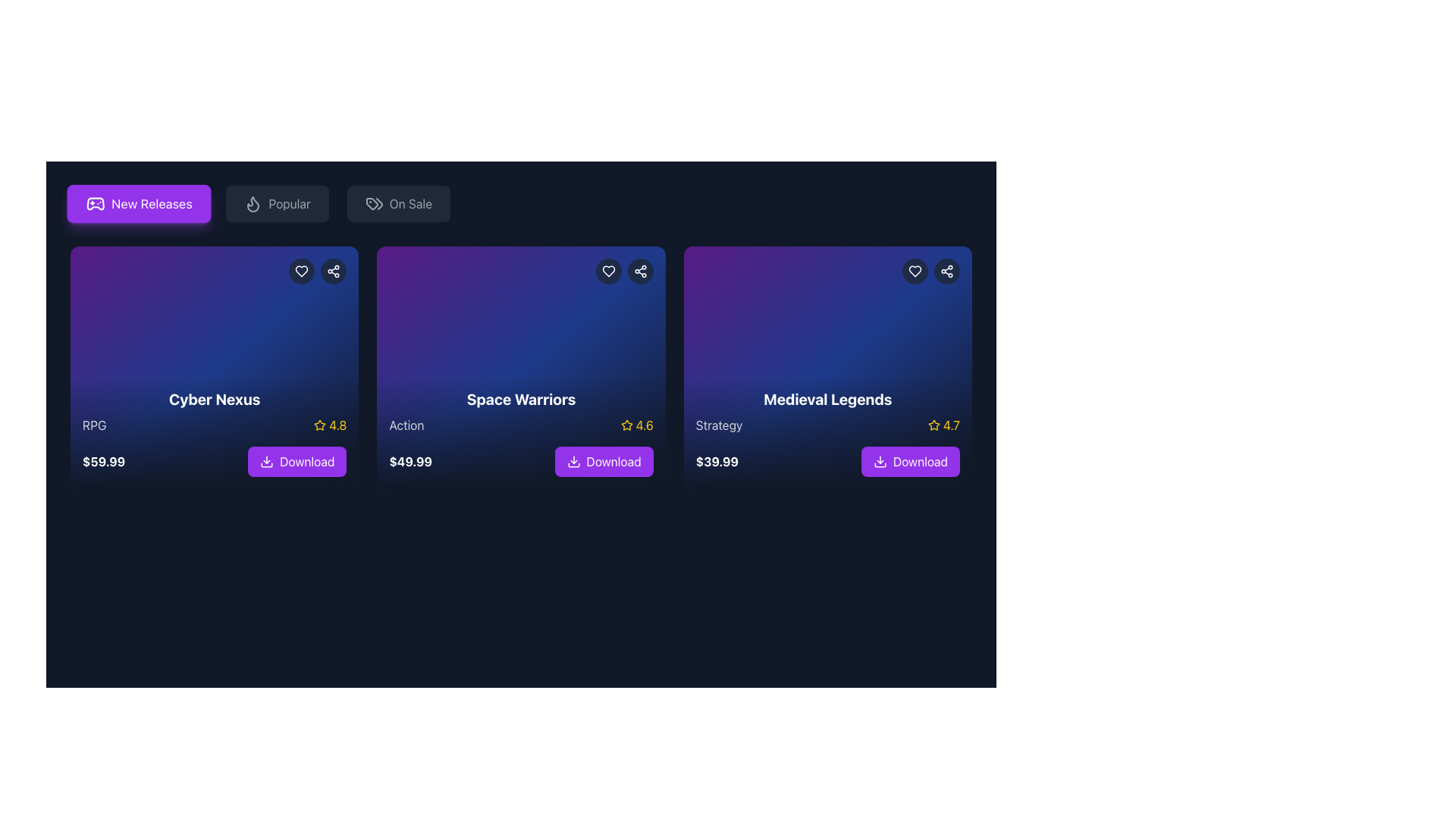 This screenshot has width=1456, height=819. I want to click on the heart outline icon in the top-right corner of the 'Medieval Legends' game card to mark it as liked or favorited, so click(914, 271).